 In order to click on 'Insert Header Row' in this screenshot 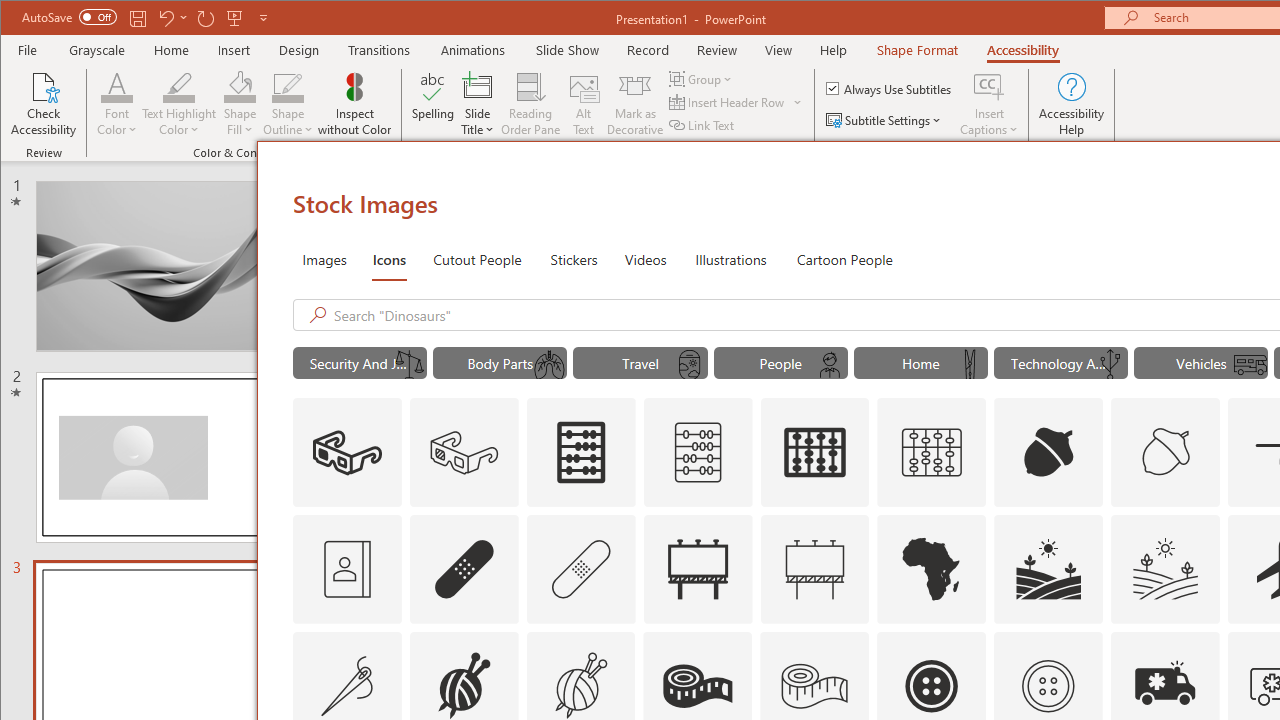, I will do `click(735, 102)`.